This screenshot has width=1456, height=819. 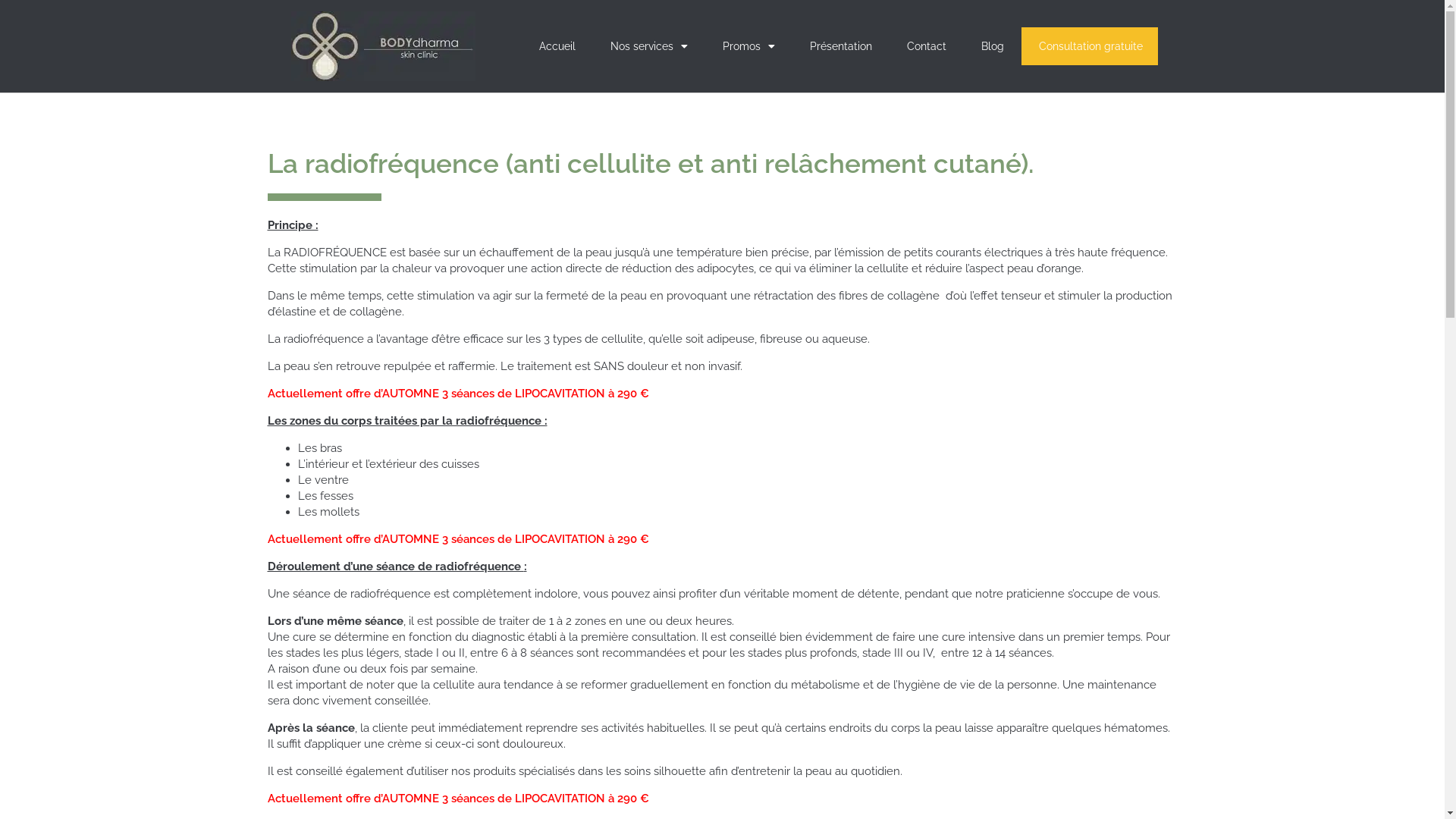 What do you see at coordinates (993, 45) in the screenshot?
I see `'Blog'` at bounding box center [993, 45].